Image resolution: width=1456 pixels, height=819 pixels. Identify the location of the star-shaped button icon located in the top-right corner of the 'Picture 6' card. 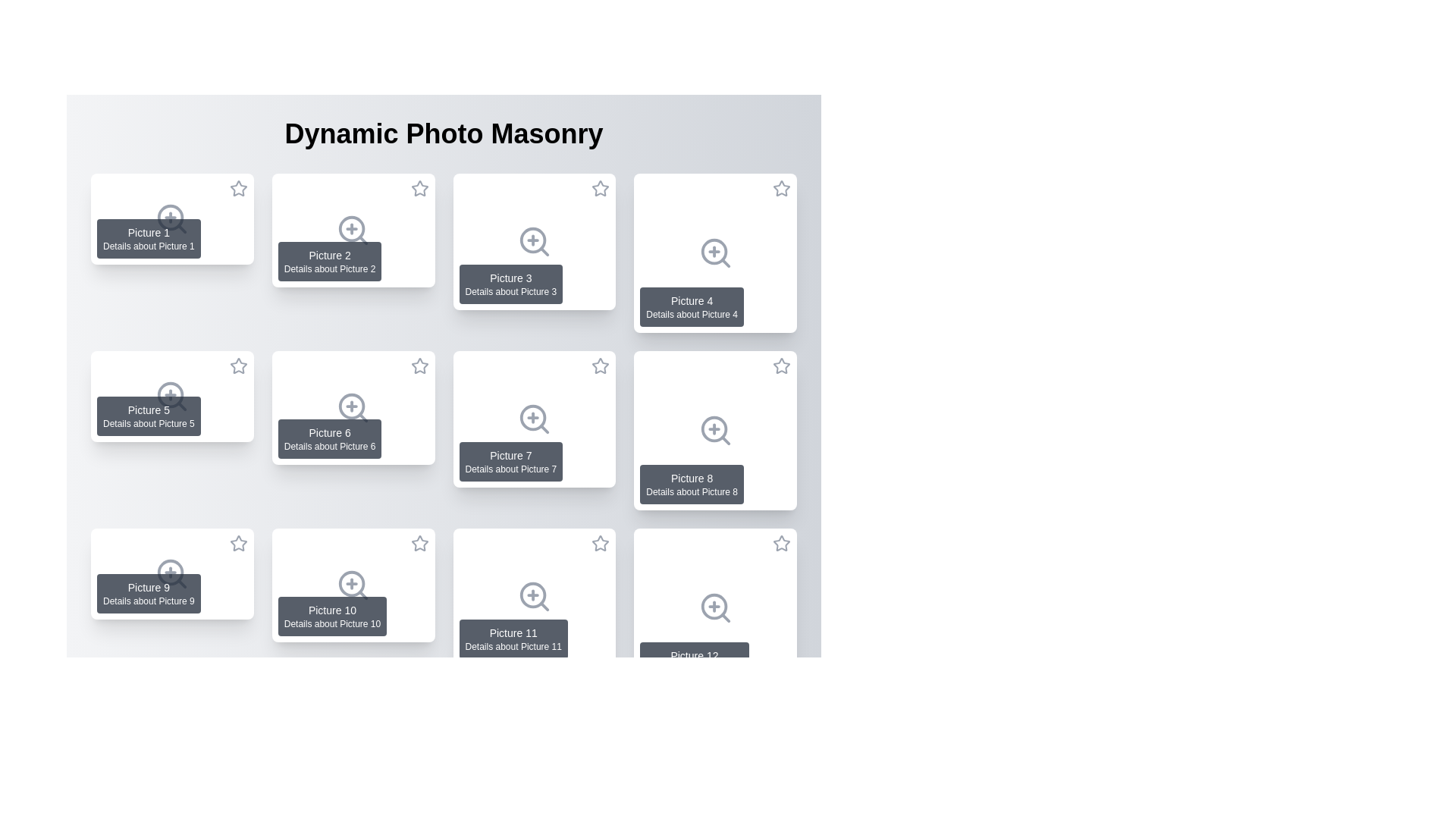
(419, 366).